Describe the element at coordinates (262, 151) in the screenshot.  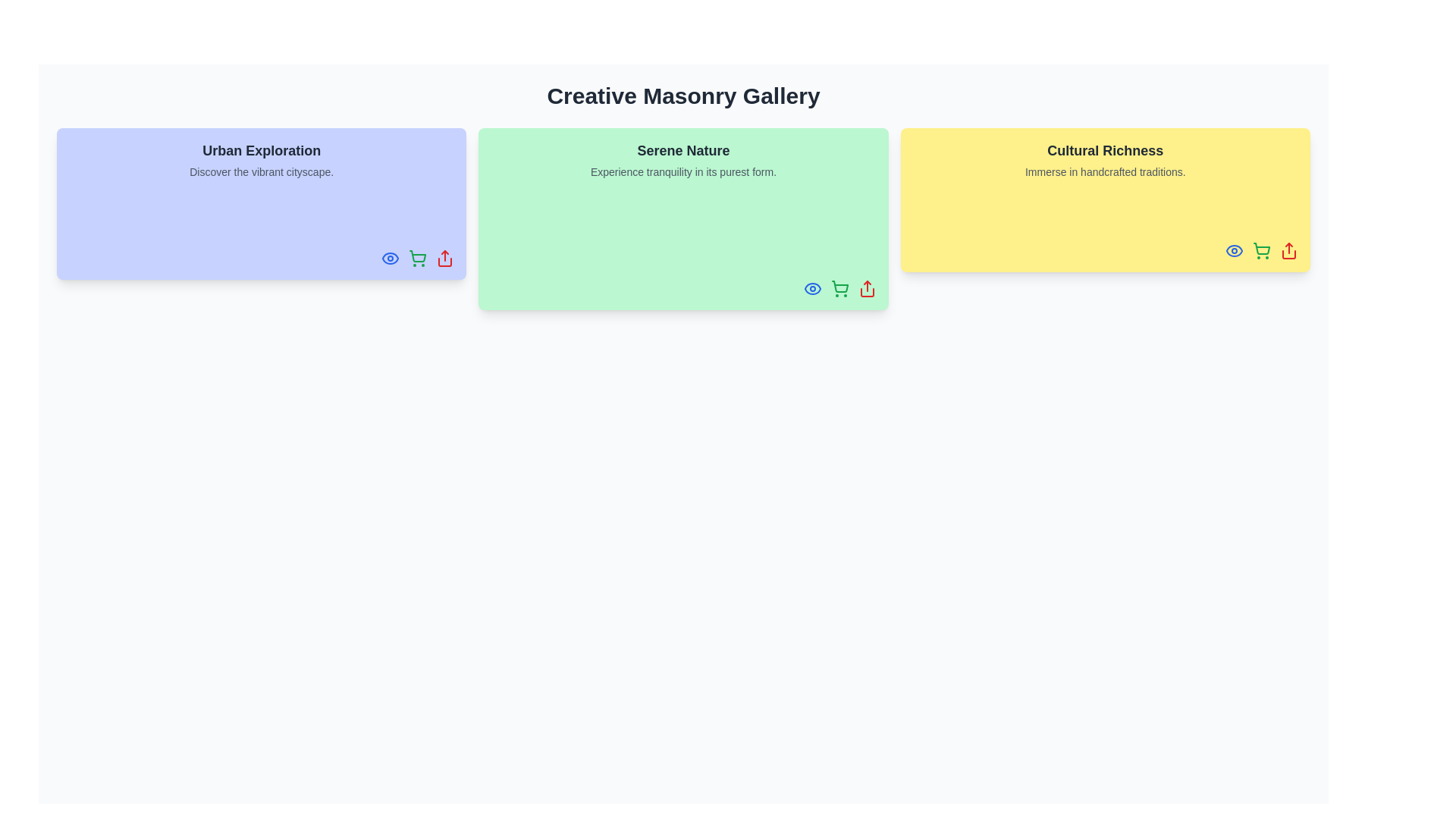
I see `the text heading that serves as the title for the leftmost card in a three-card layout, located directly above the text 'Discover the vibrant cityscape.'` at that location.